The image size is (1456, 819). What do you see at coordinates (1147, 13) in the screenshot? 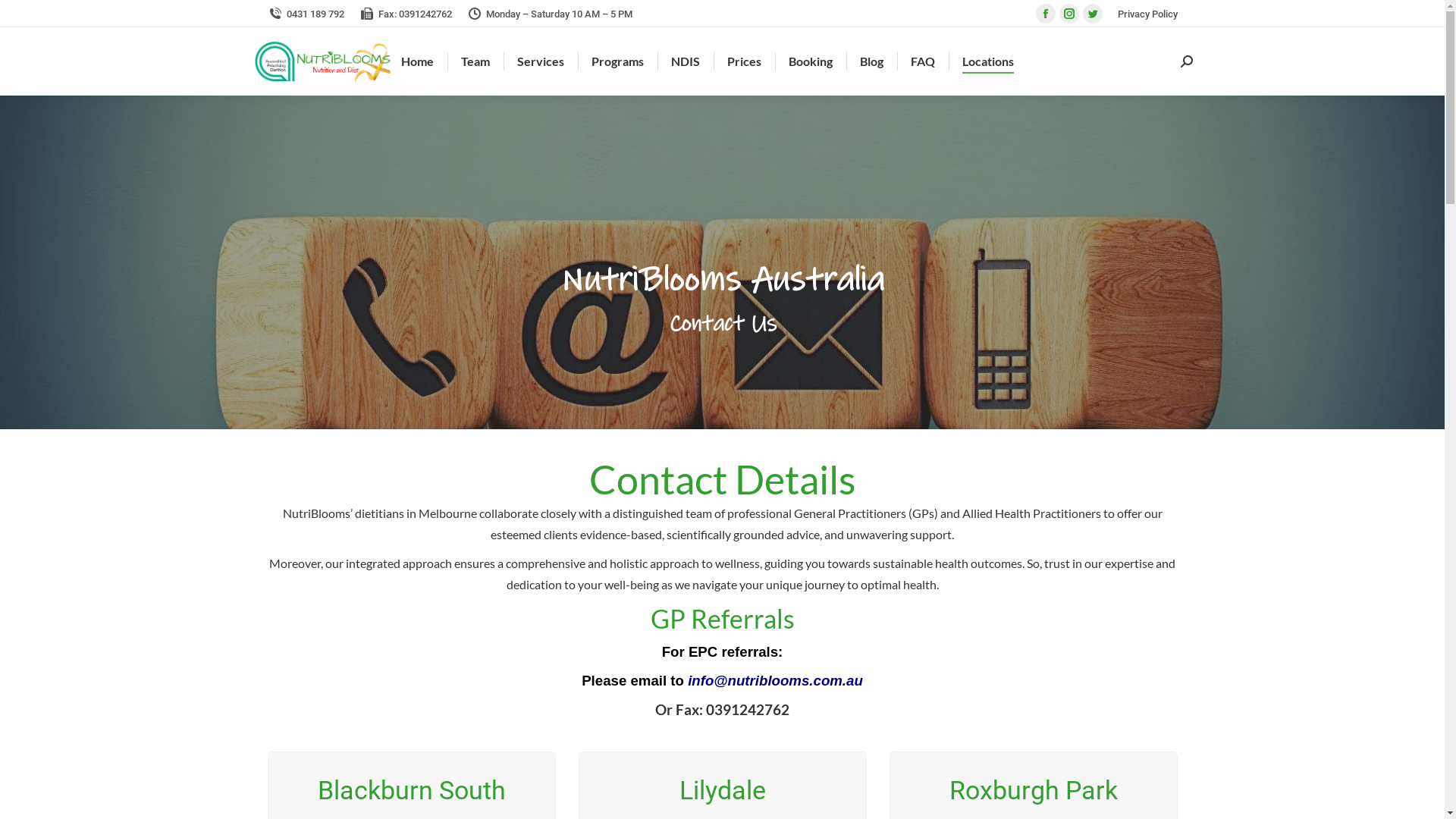
I see `'Privacy Policy'` at bounding box center [1147, 13].